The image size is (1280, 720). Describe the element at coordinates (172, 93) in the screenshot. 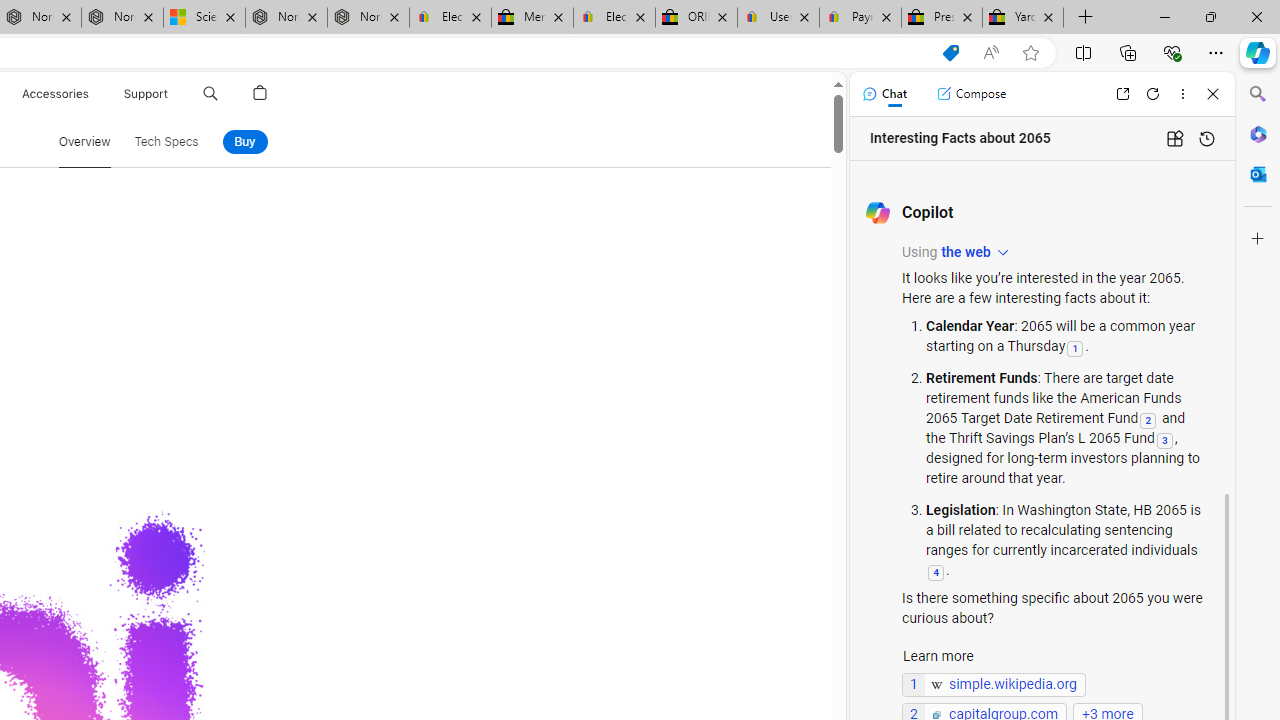

I see `'Support menu'` at that location.